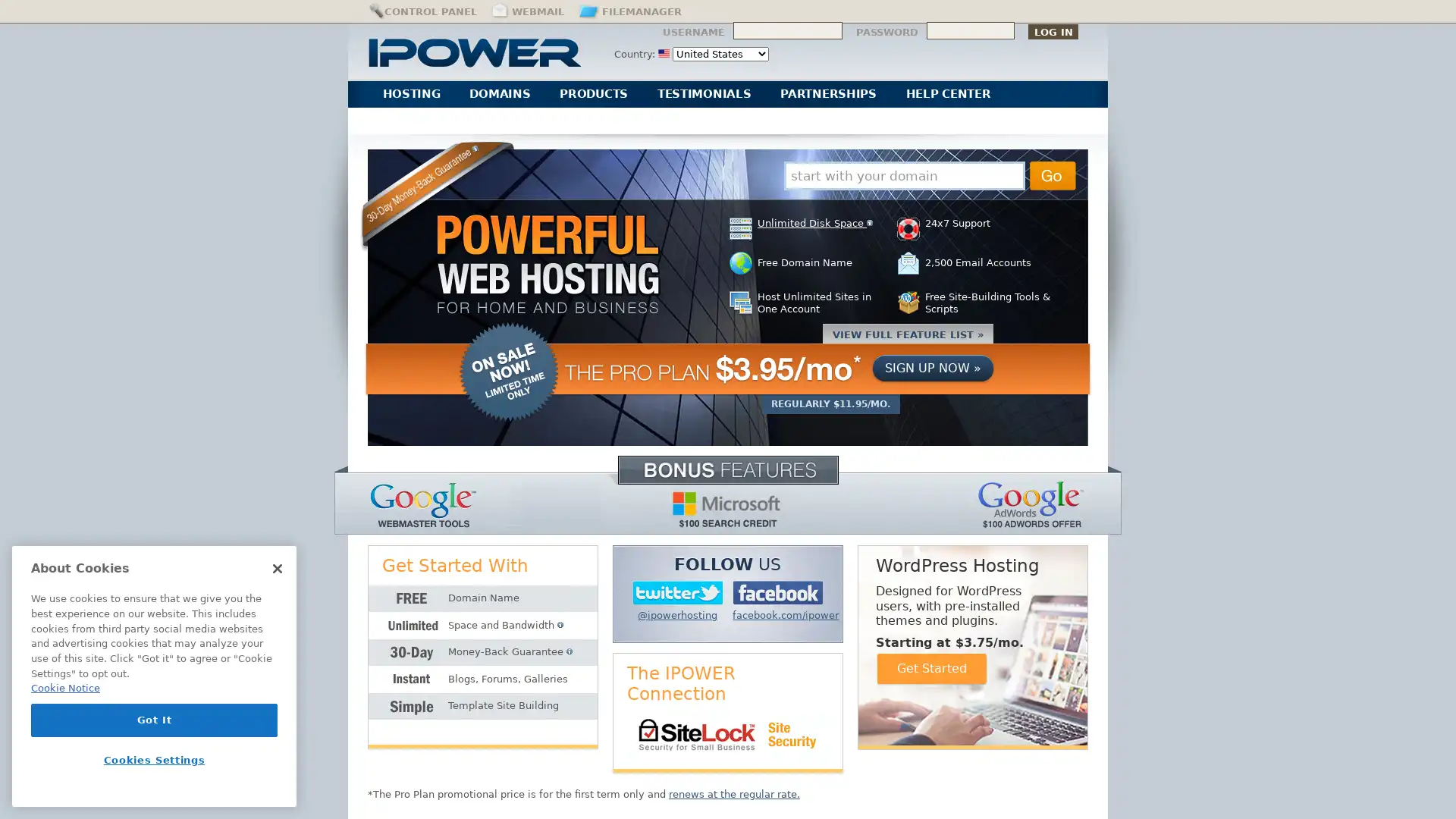 This screenshot has width=1456, height=819. What do you see at coordinates (1430, 742) in the screenshot?
I see `Explore your accessibility options` at bounding box center [1430, 742].